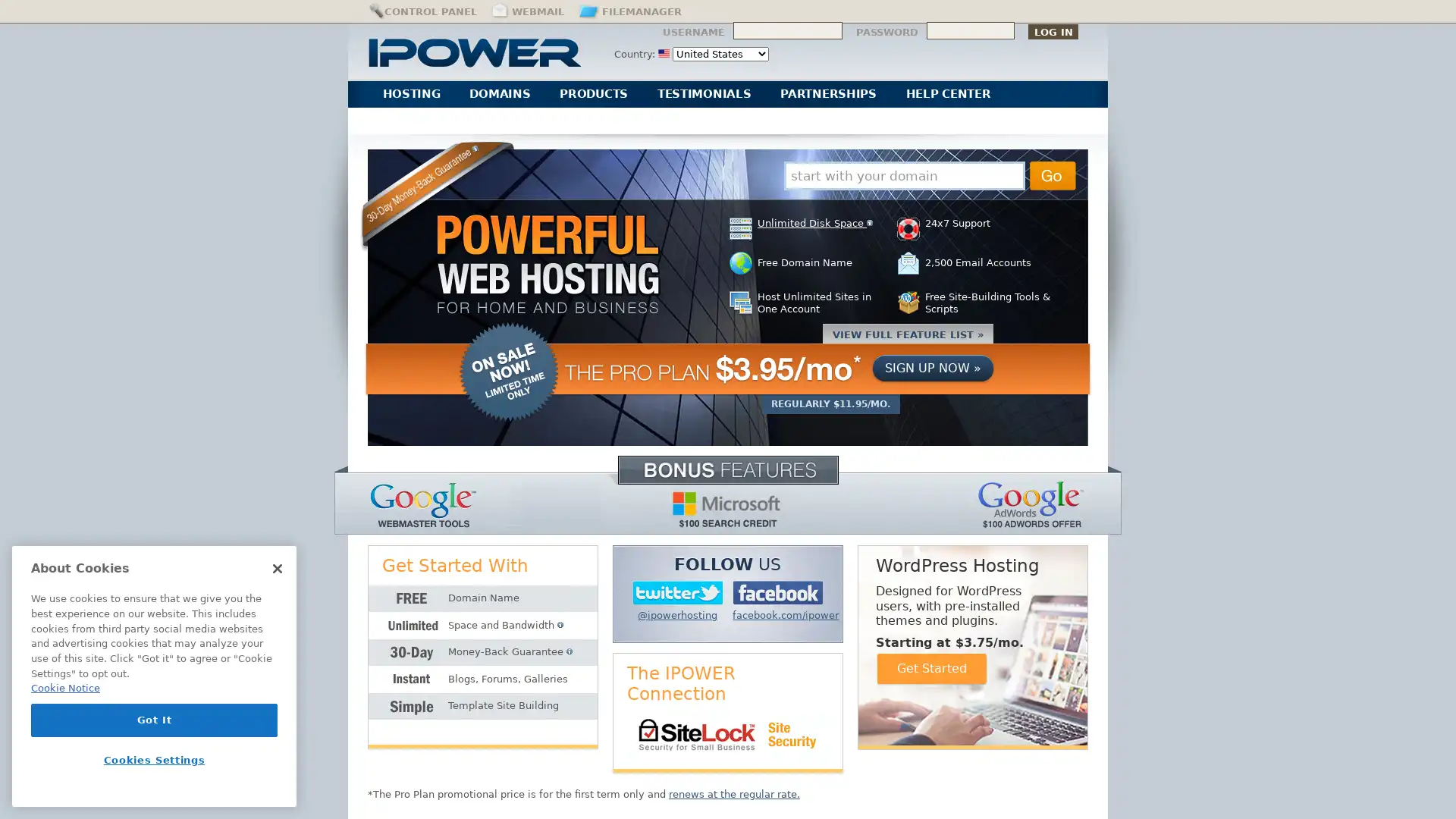 This screenshot has width=1456, height=819. What do you see at coordinates (1430, 742) in the screenshot?
I see `Explore your accessibility options` at bounding box center [1430, 742].